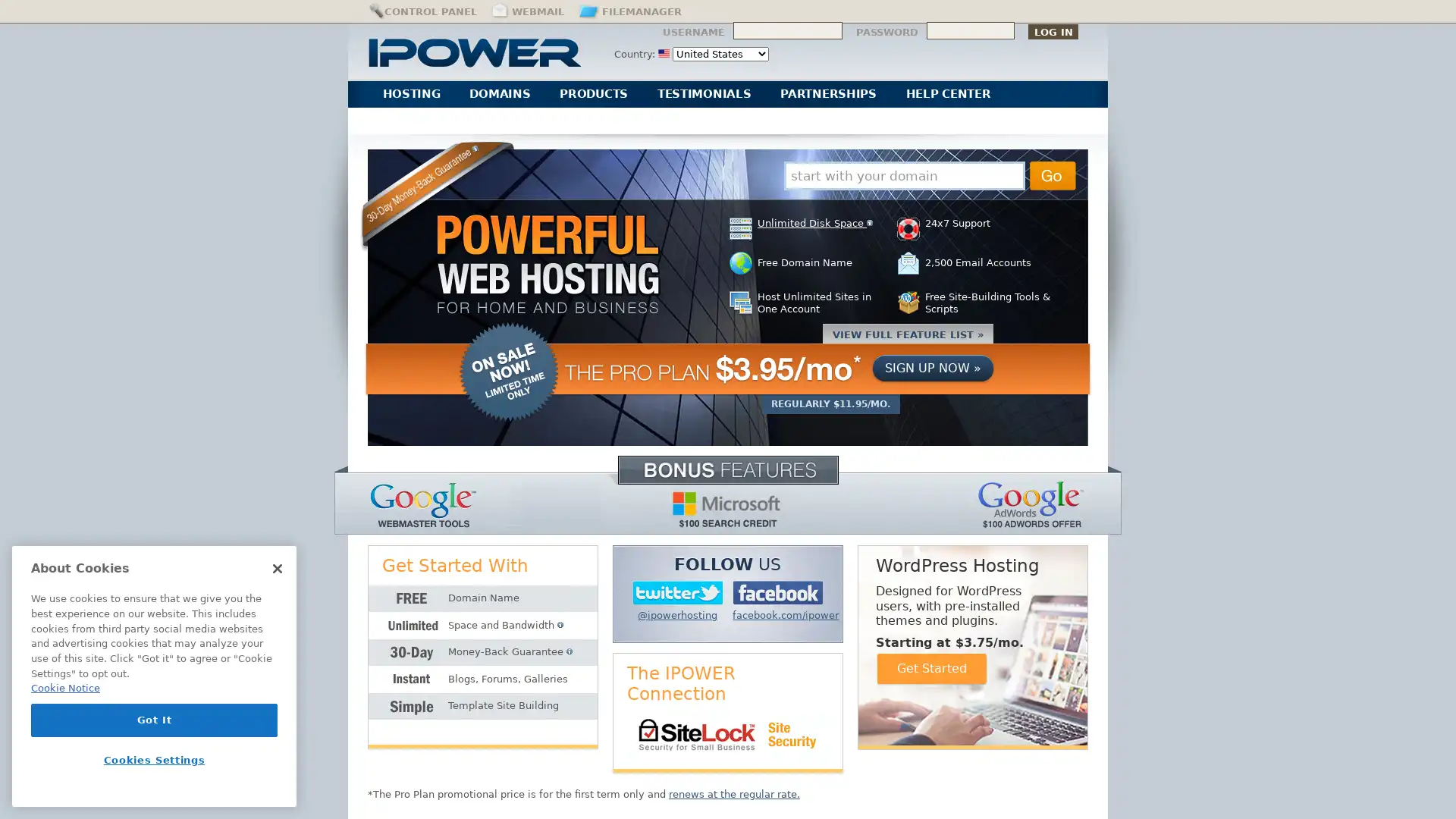 This screenshot has width=1456, height=819. What do you see at coordinates (1430, 742) in the screenshot?
I see `Explore your accessibility options` at bounding box center [1430, 742].